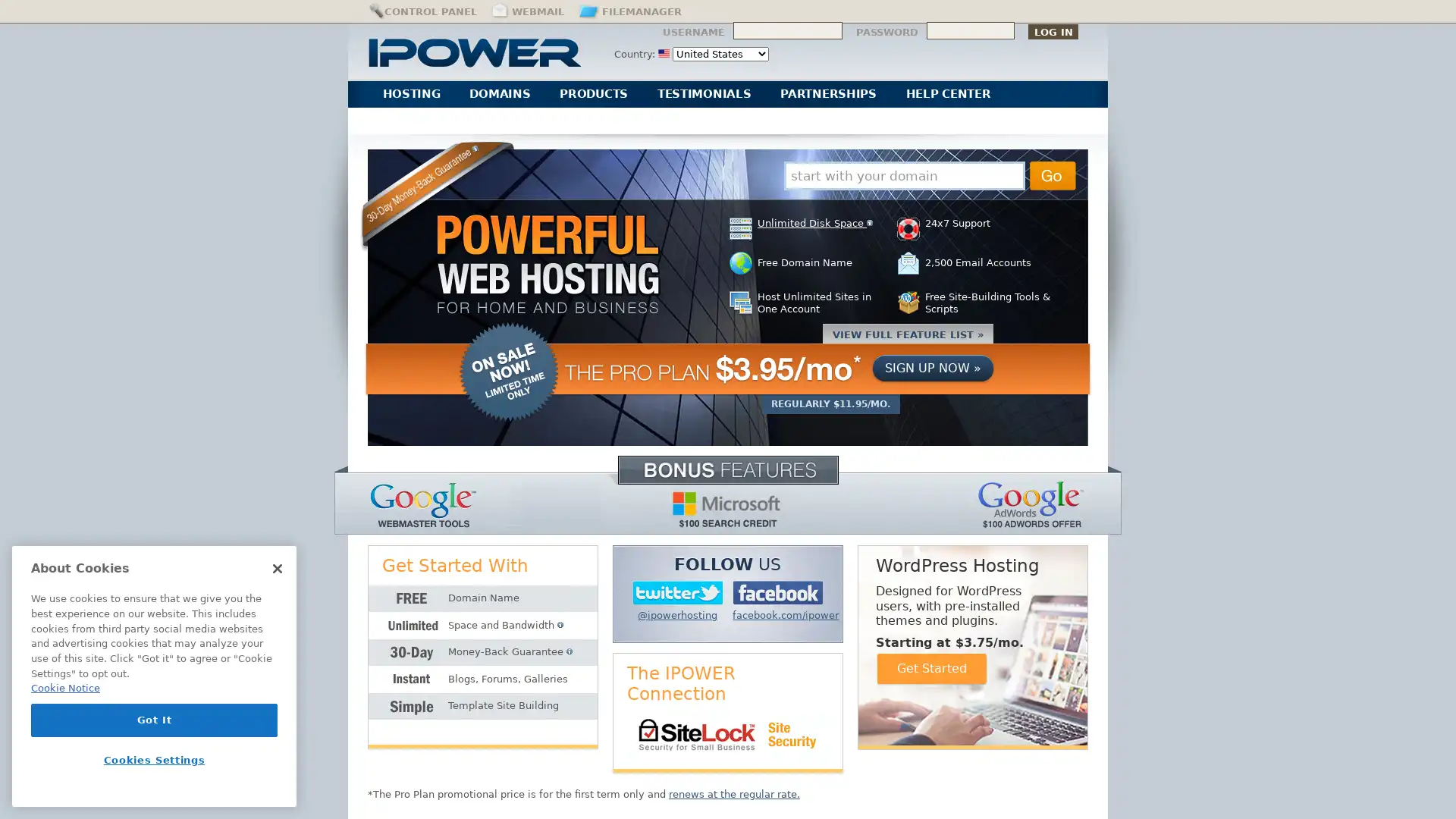 This screenshot has width=1456, height=819. What do you see at coordinates (1430, 742) in the screenshot?
I see `Explore your accessibility options` at bounding box center [1430, 742].